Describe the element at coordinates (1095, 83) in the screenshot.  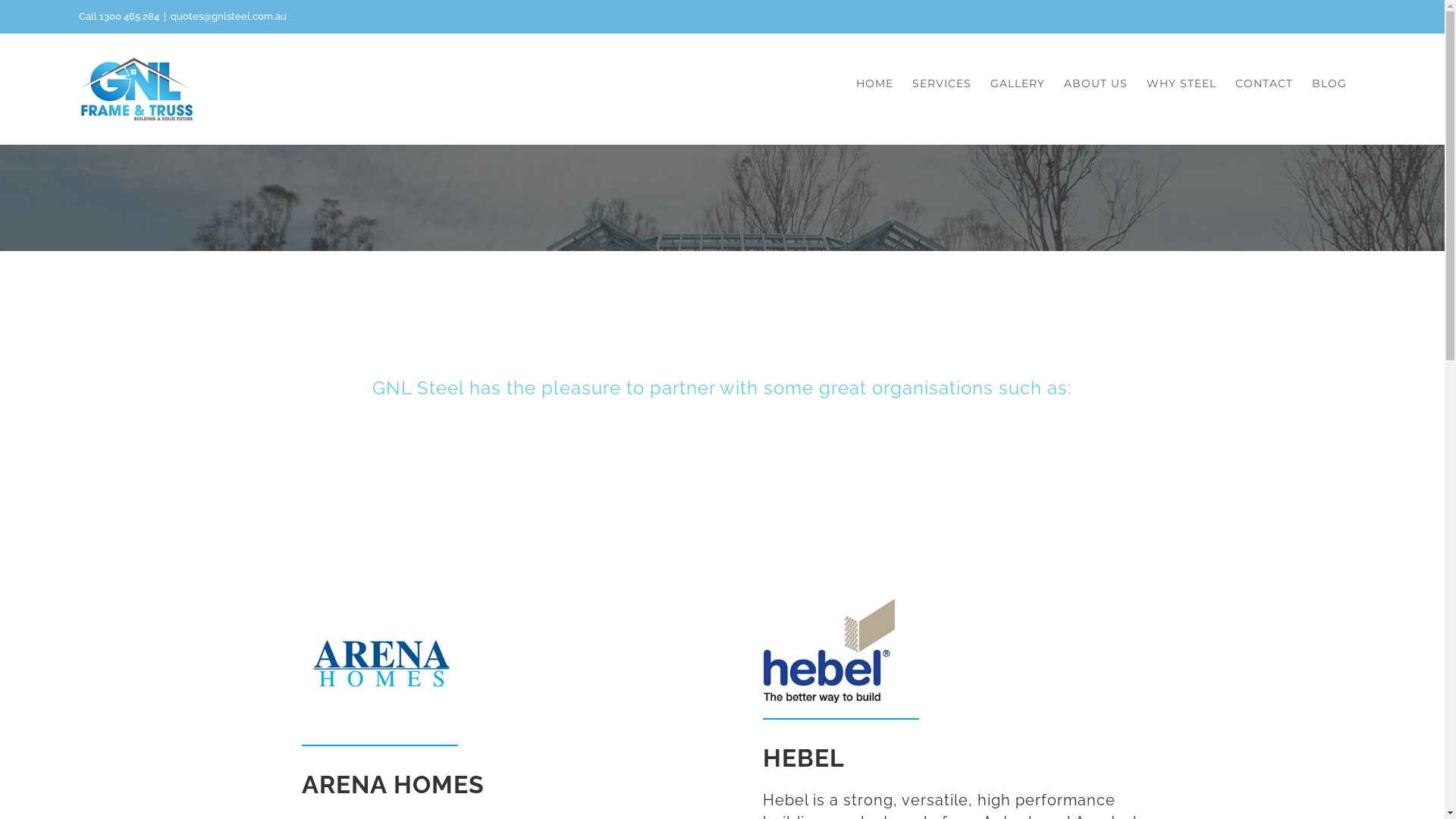
I see `'ABOUT US'` at that location.